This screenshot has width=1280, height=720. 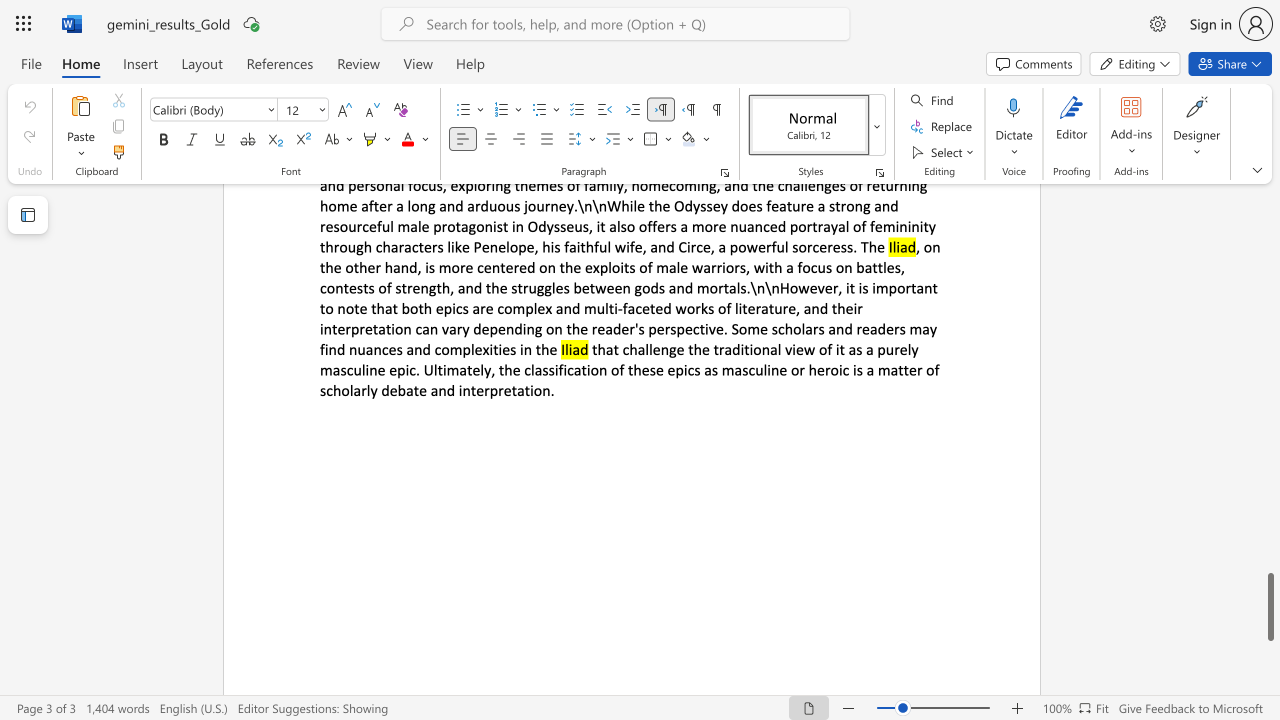 What do you see at coordinates (1269, 338) in the screenshot?
I see `the scrollbar to move the content higher` at bounding box center [1269, 338].